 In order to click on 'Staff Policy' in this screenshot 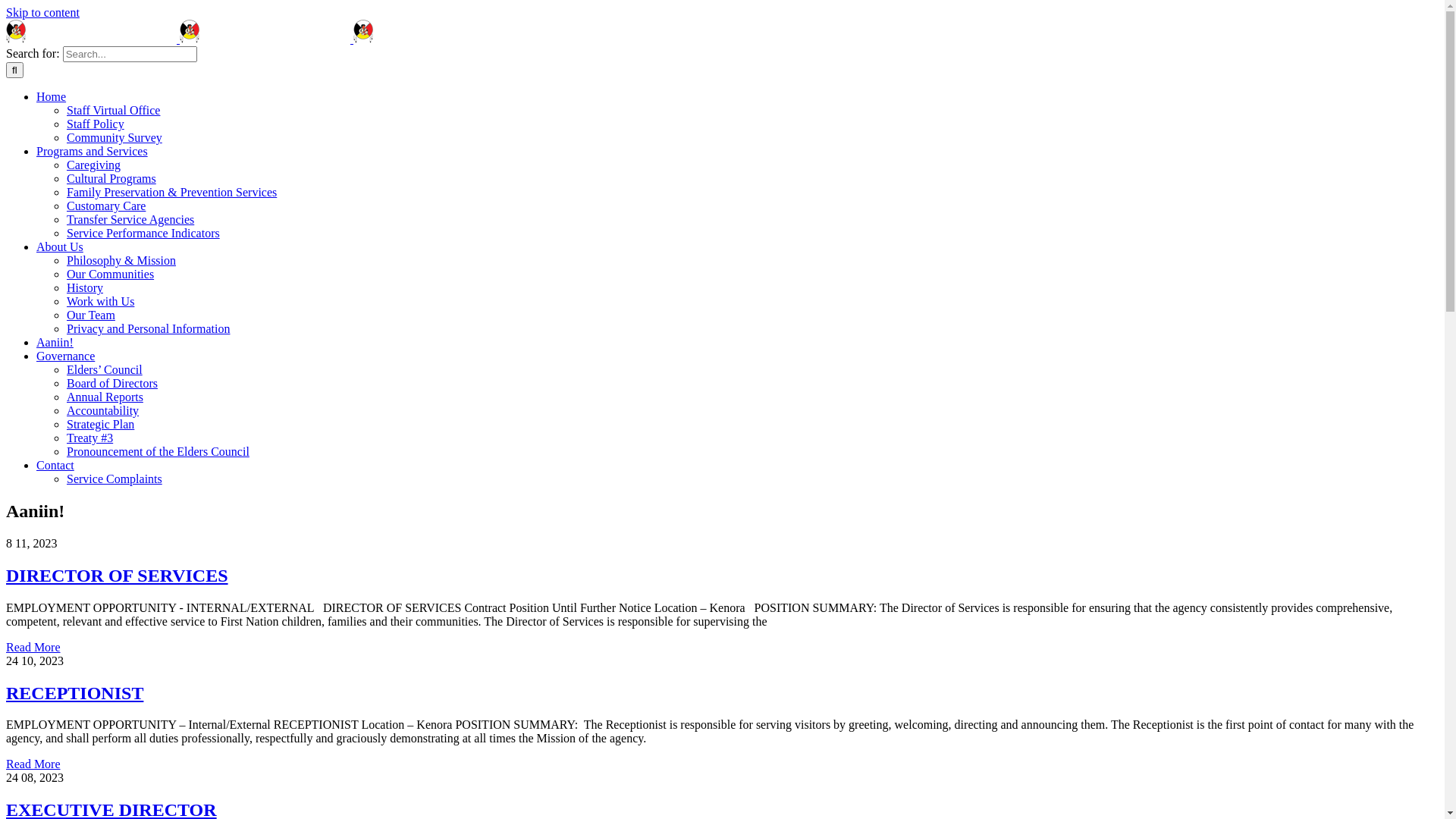, I will do `click(94, 123)`.